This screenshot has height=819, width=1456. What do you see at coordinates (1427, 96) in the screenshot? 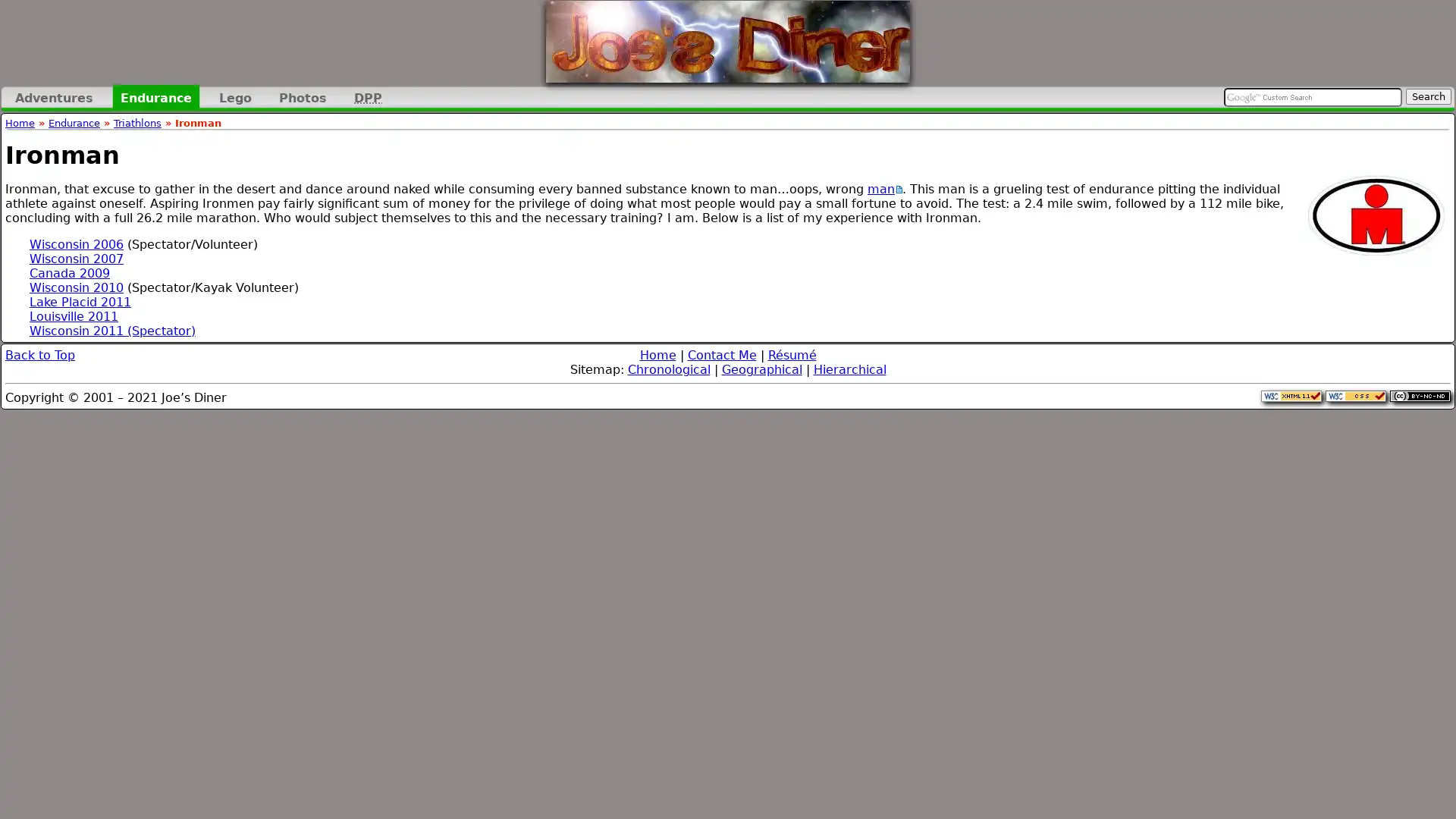
I see `Search` at bounding box center [1427, 96].